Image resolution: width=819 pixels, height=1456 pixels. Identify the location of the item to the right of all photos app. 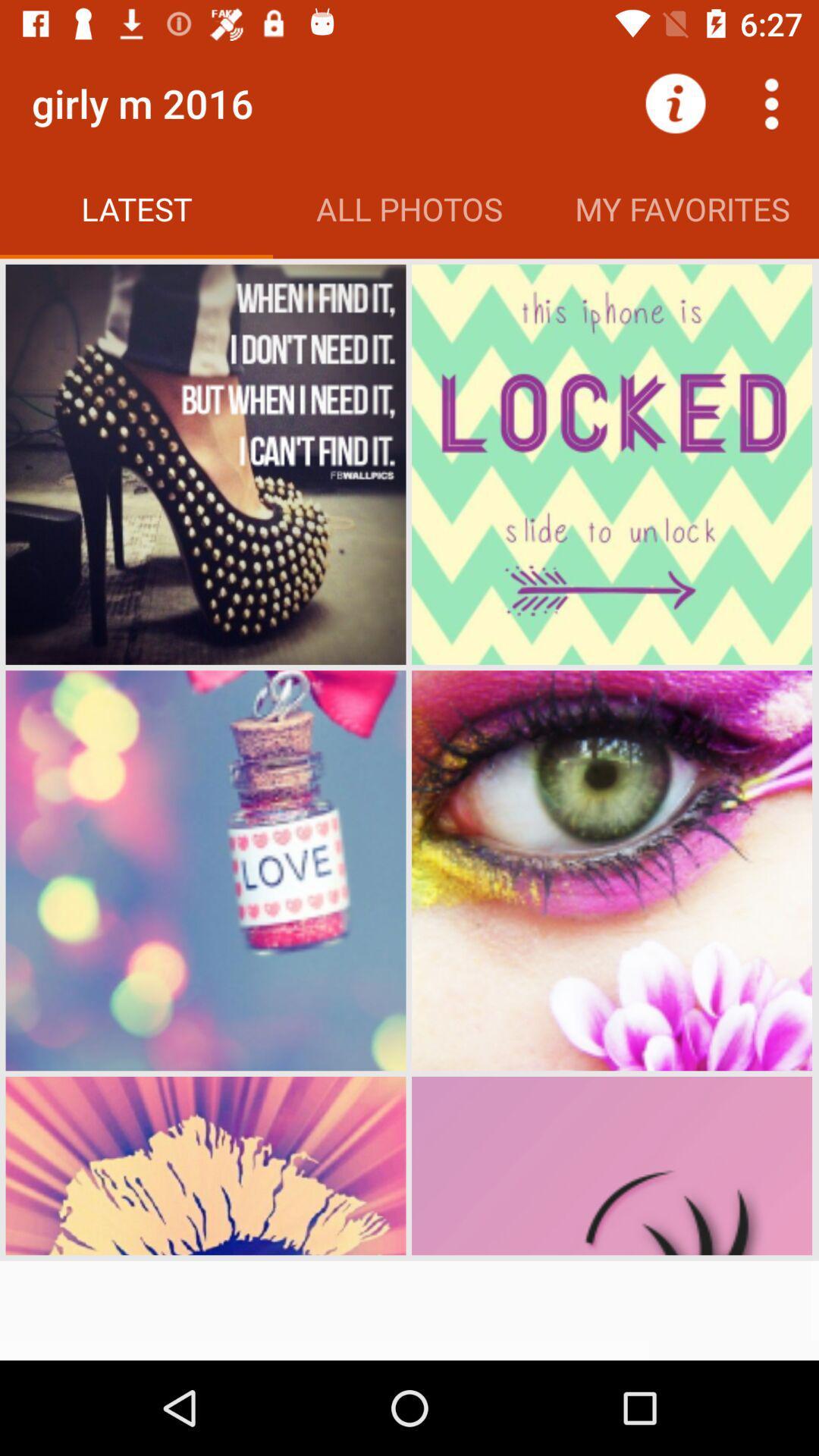
(675, 102).